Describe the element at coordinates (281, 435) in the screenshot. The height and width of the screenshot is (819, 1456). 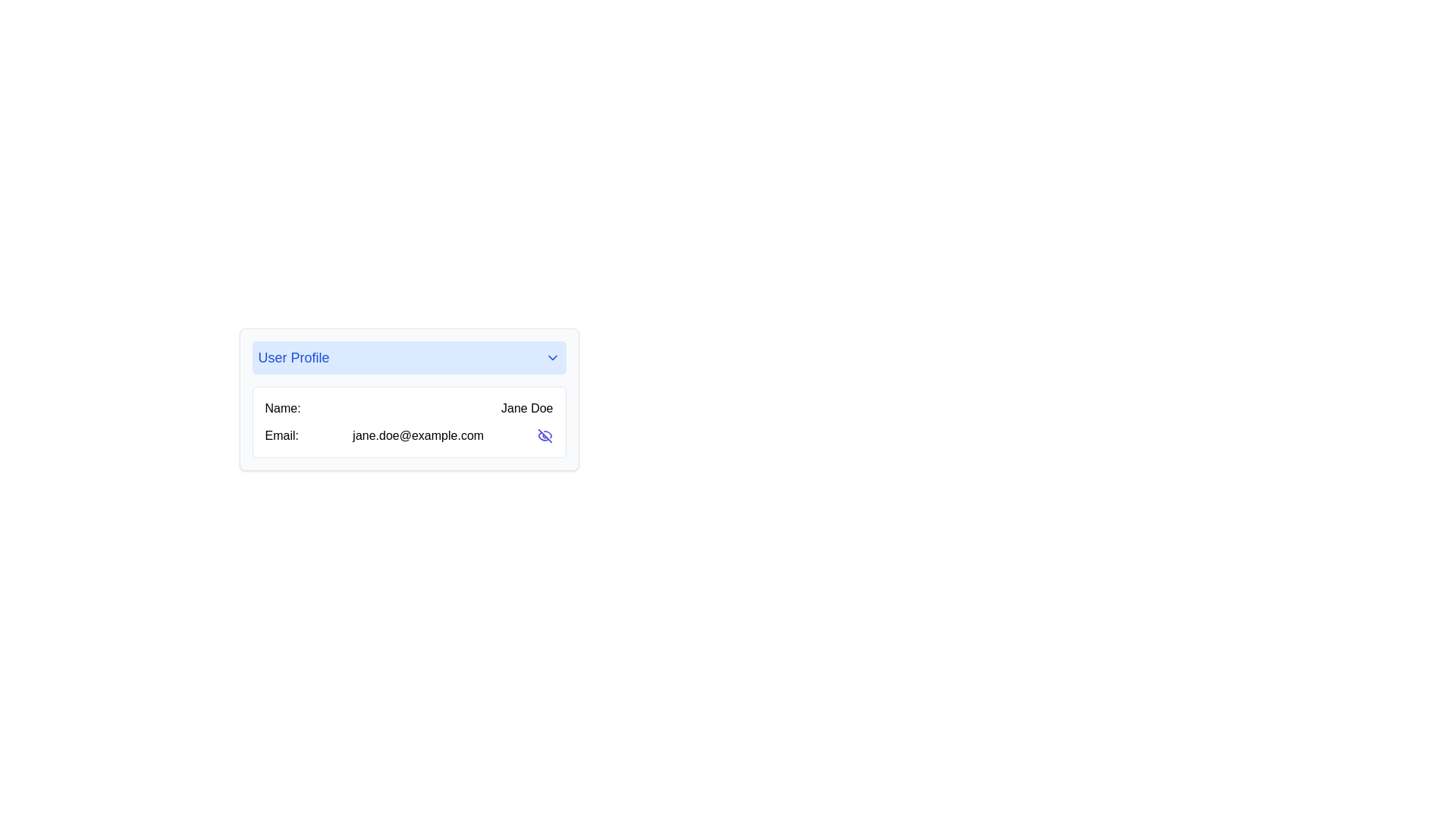
I see `the label that identifies the email address field located in the user profile card, specifically in the second row on the left side` at that location.